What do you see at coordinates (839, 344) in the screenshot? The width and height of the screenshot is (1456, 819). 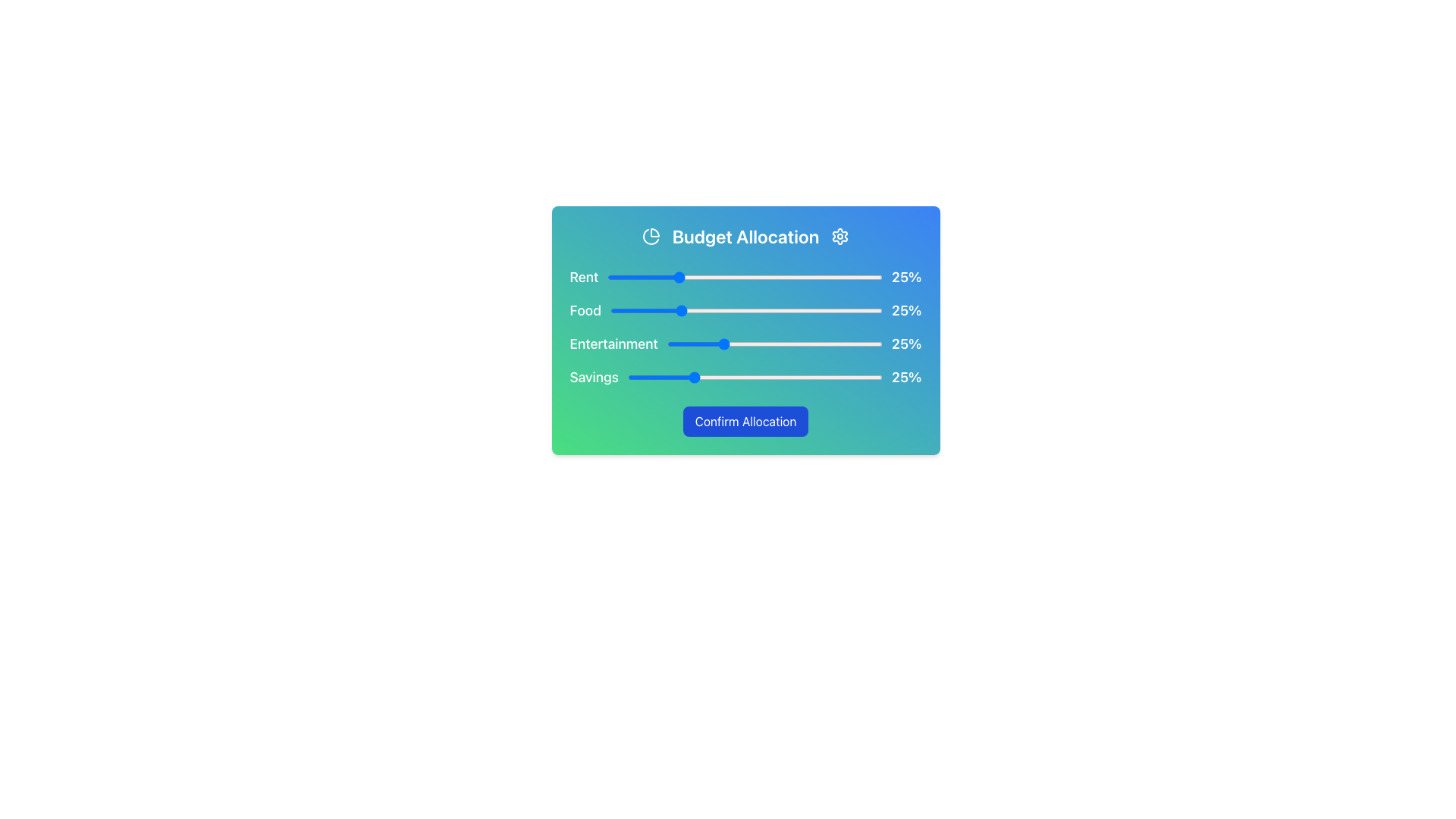 I see `the Entertainment budget percentage` at bounding box center [839, 344].